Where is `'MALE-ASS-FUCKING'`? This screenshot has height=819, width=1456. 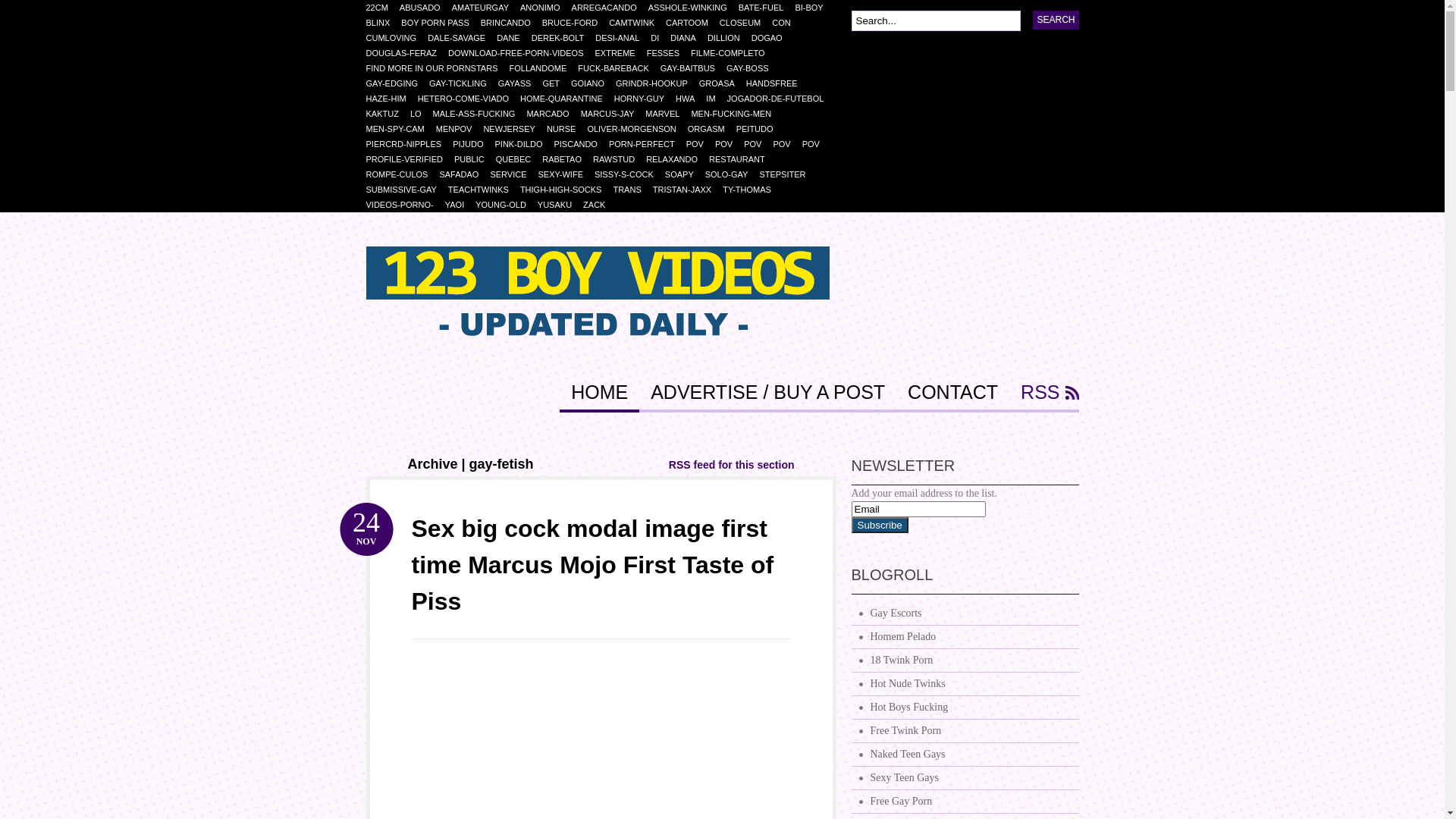 'MALE-ASS-FUCKING' is located at coordinates (479, 113).